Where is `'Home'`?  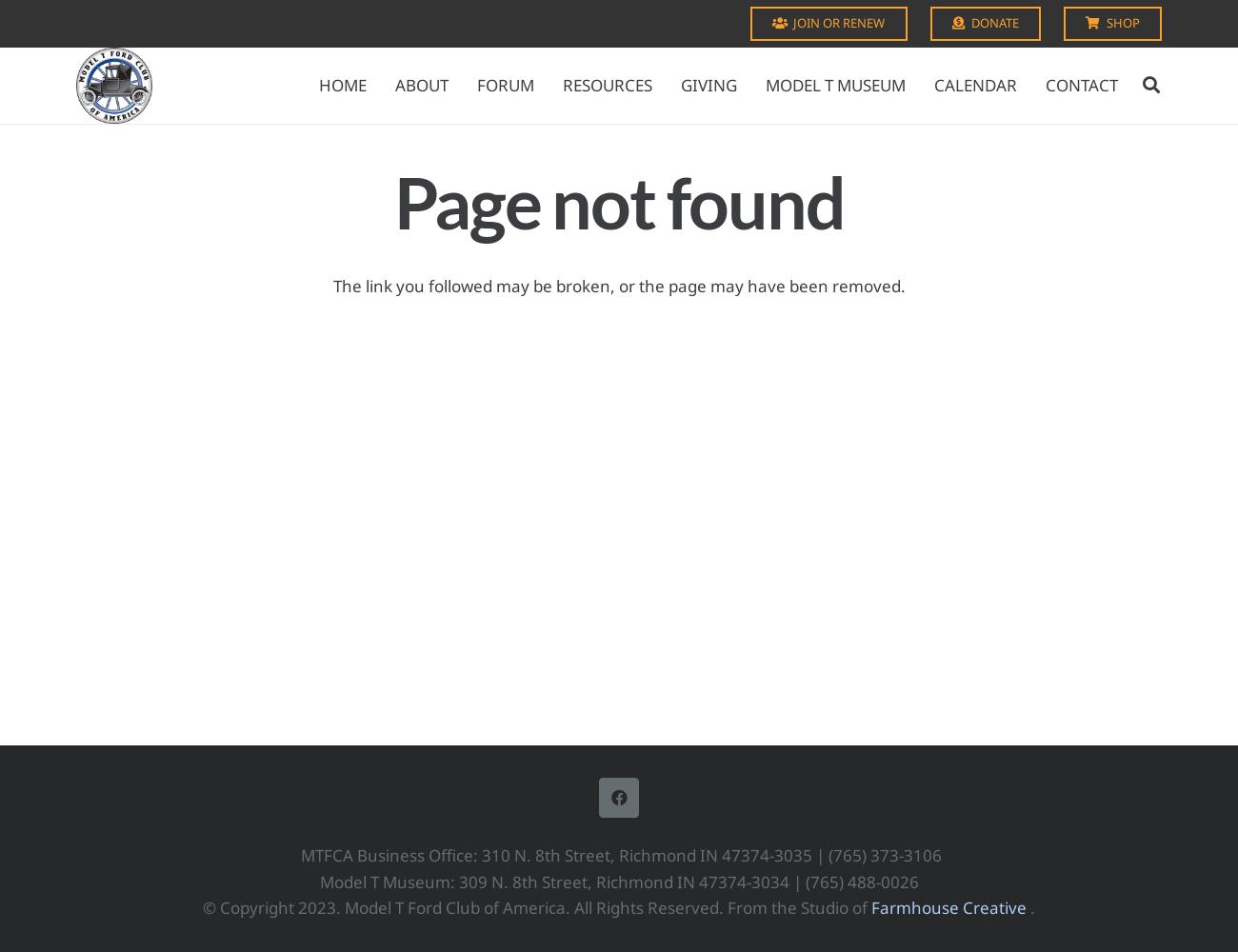
'Home' is located at coordinates (341, 84).